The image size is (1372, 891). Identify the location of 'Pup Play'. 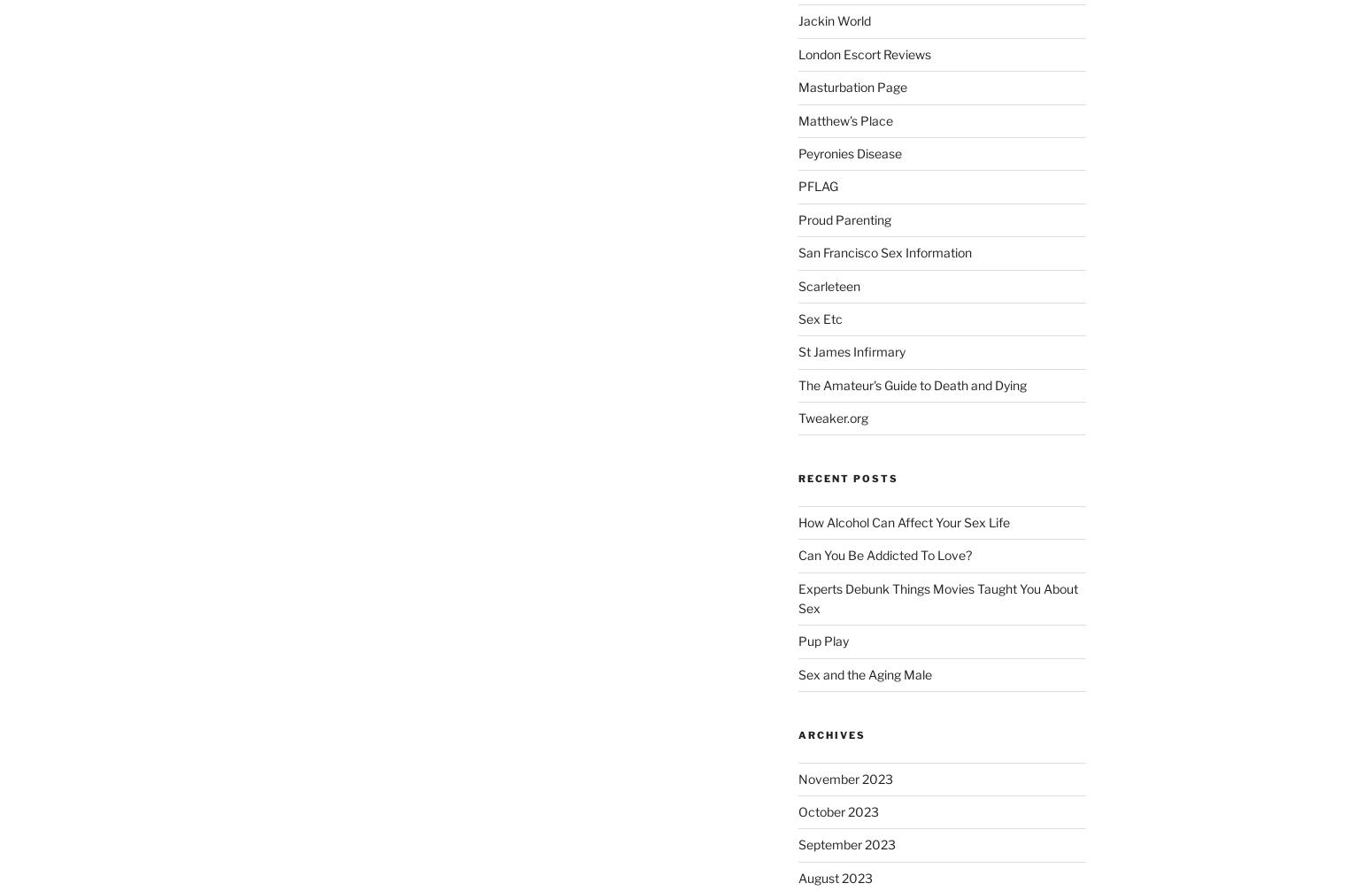
(822, 640).